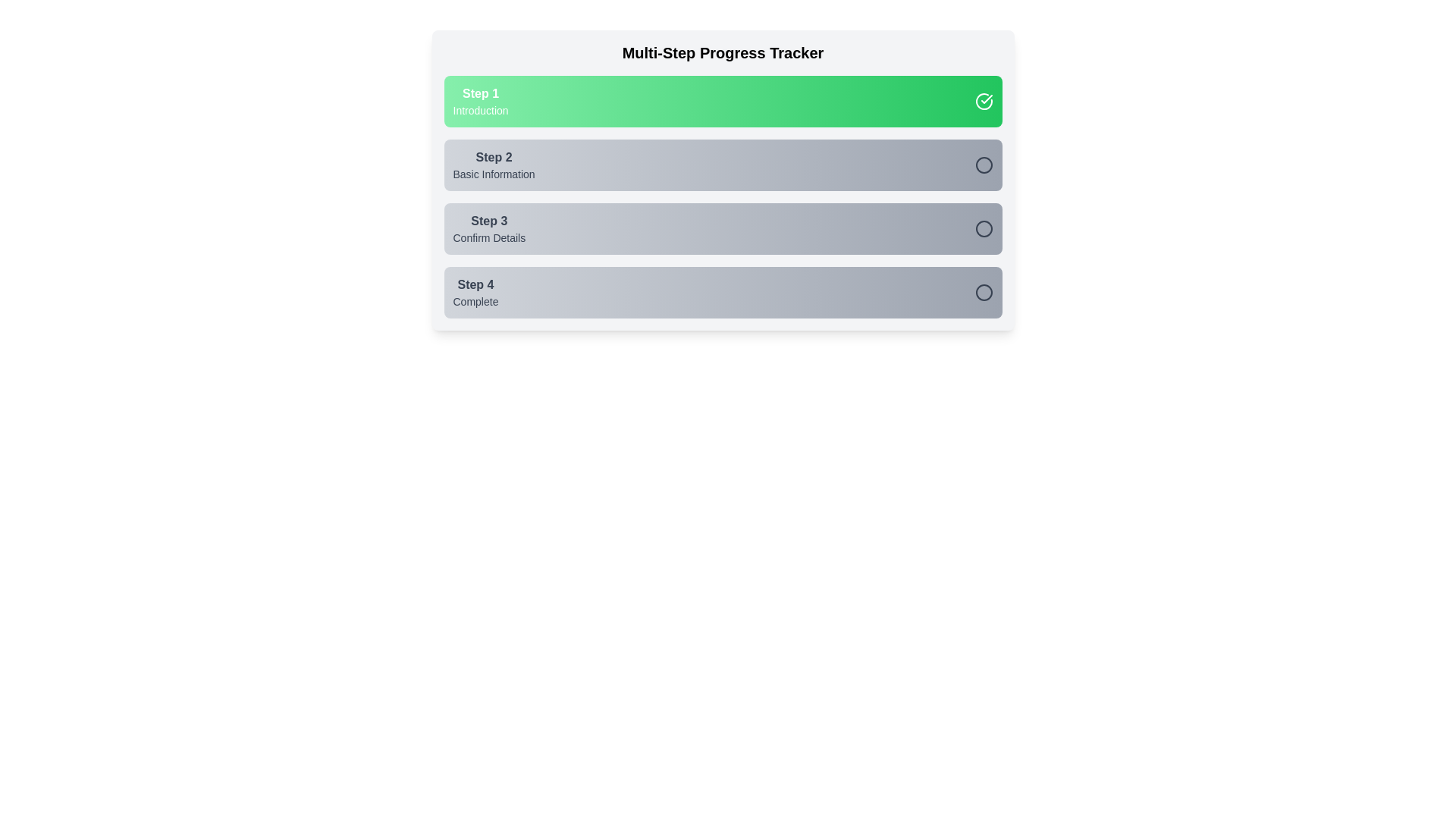 The image size is (1456, 819). Describe the element at coordinates (480, 102) in the screenshot. I see `the composite text label that serves as the first step in the progress tracker, which features a bold 'Step 1' title and a smaller 'Introduction' subtitle, both in white text on a green gradient background` at that location.